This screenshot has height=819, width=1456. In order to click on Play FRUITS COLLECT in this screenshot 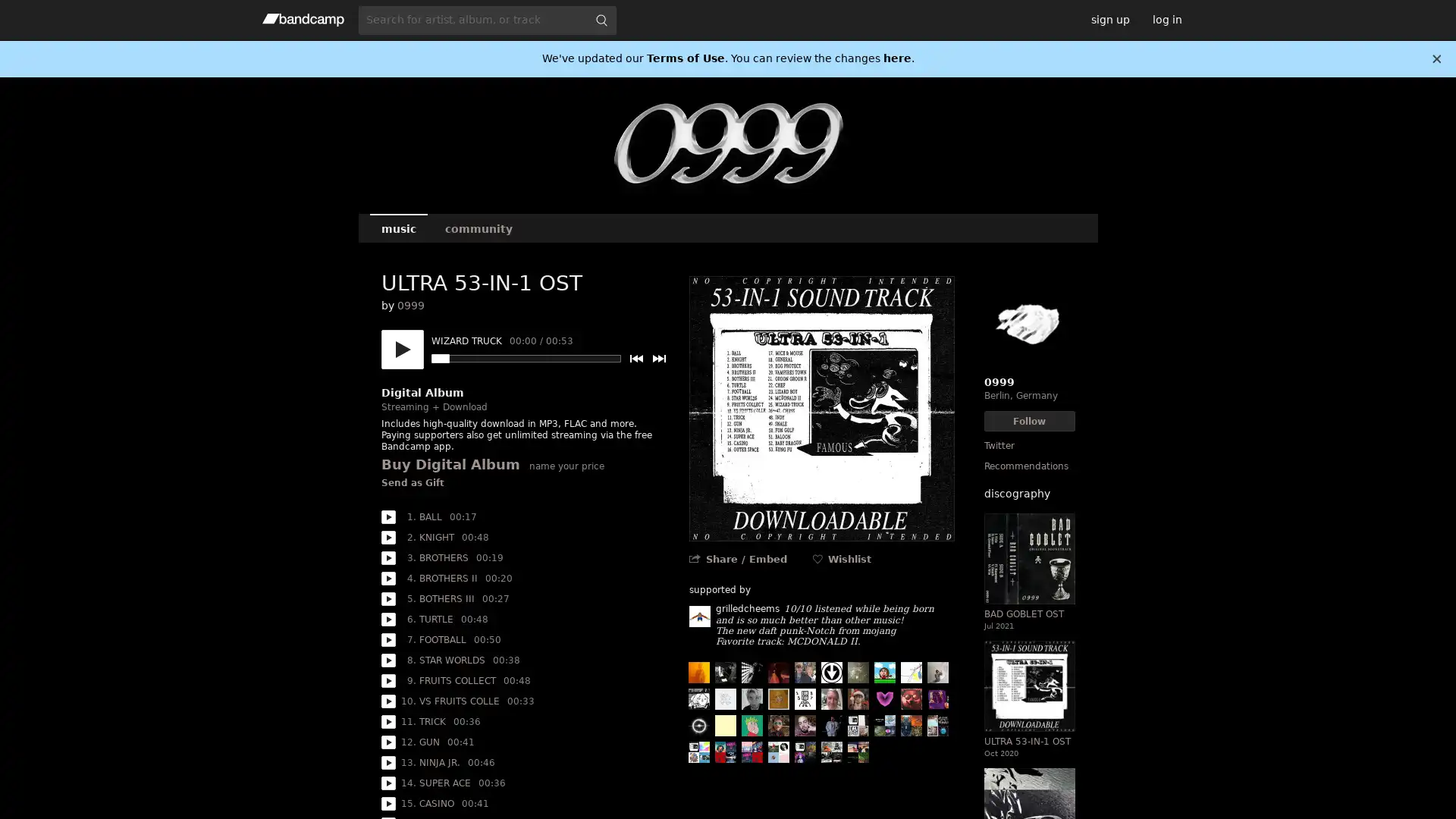, I will do `click(388, 680)`.